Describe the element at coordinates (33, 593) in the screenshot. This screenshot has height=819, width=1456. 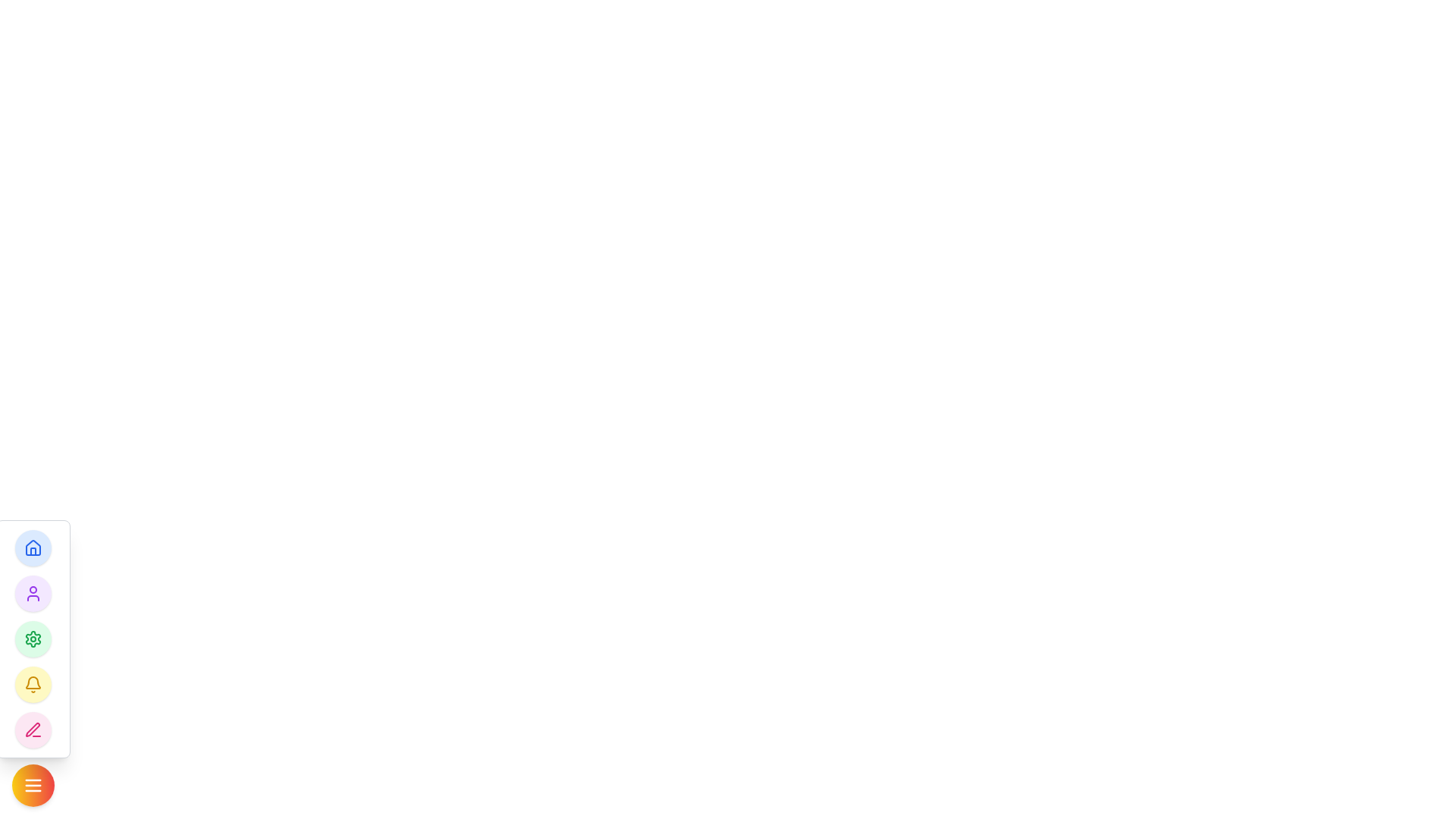
I see `the user's silhouette icon, which is styled in purple and enclosed within a circular context` at that location.